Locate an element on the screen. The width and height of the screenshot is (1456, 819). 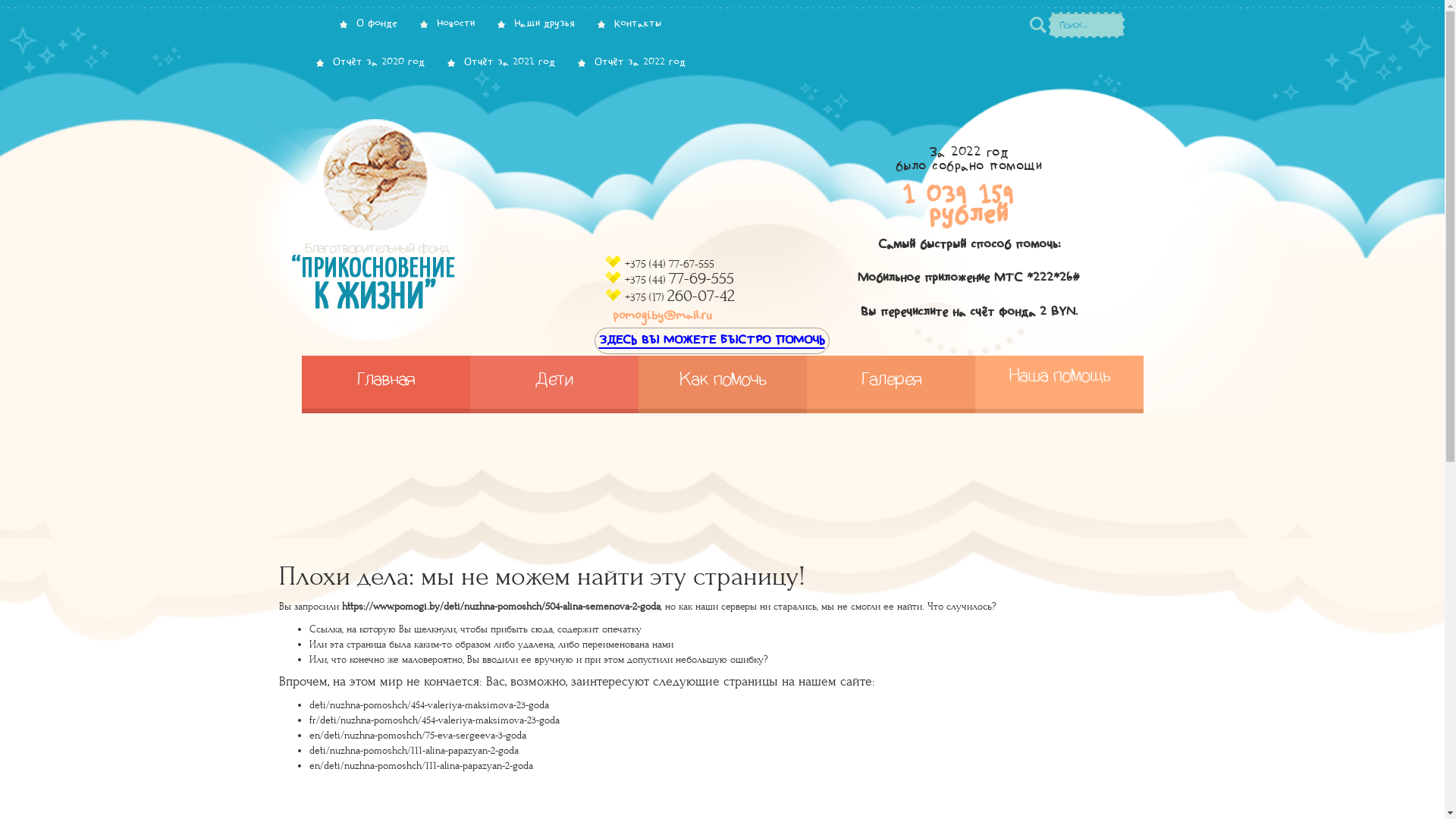
'en/deti/nuzhna-pomoshch/75-eva-sergeeva-3-goda' is located at coordinates (309, 734).